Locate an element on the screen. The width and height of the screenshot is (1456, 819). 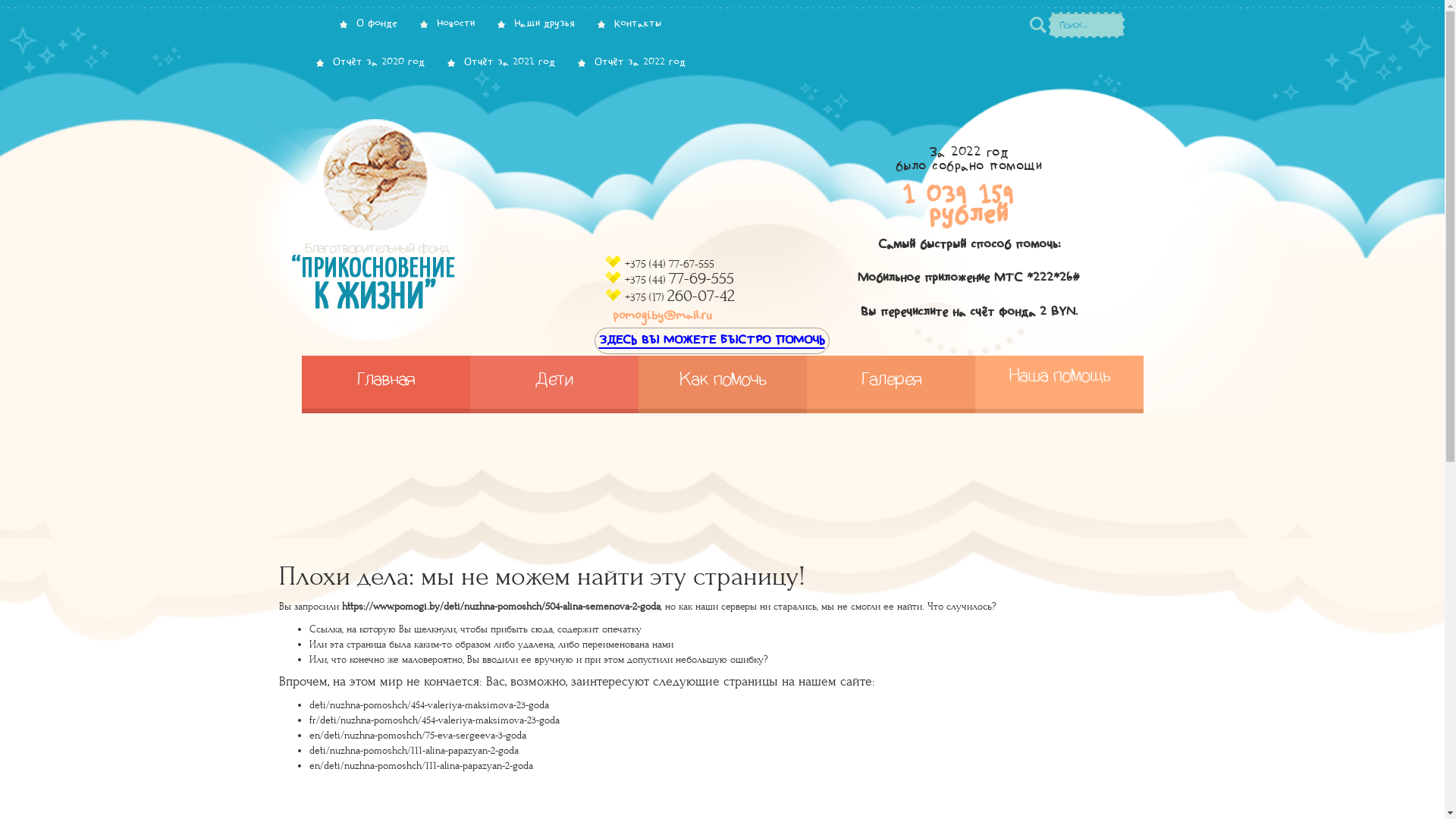
'en/deti/nuzhna-pomoshch/75-eva-sergeeva-3-goda' is located at coordinates (309, 734).